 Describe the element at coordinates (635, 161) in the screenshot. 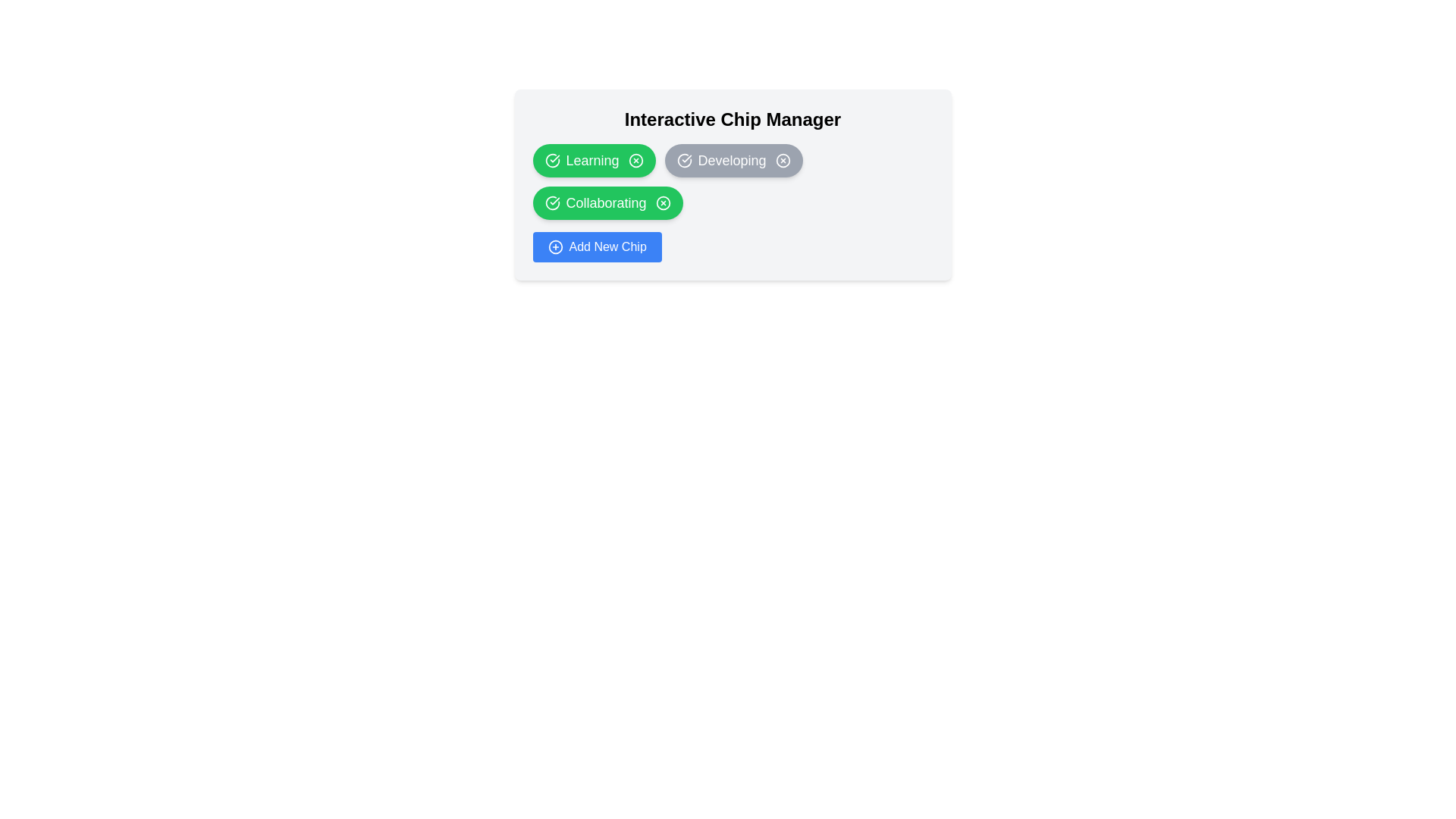

I see `the circular icon with a cross mark ('X') at the center of the green pill-shaped label that contains the text 'Learning'` at that location.